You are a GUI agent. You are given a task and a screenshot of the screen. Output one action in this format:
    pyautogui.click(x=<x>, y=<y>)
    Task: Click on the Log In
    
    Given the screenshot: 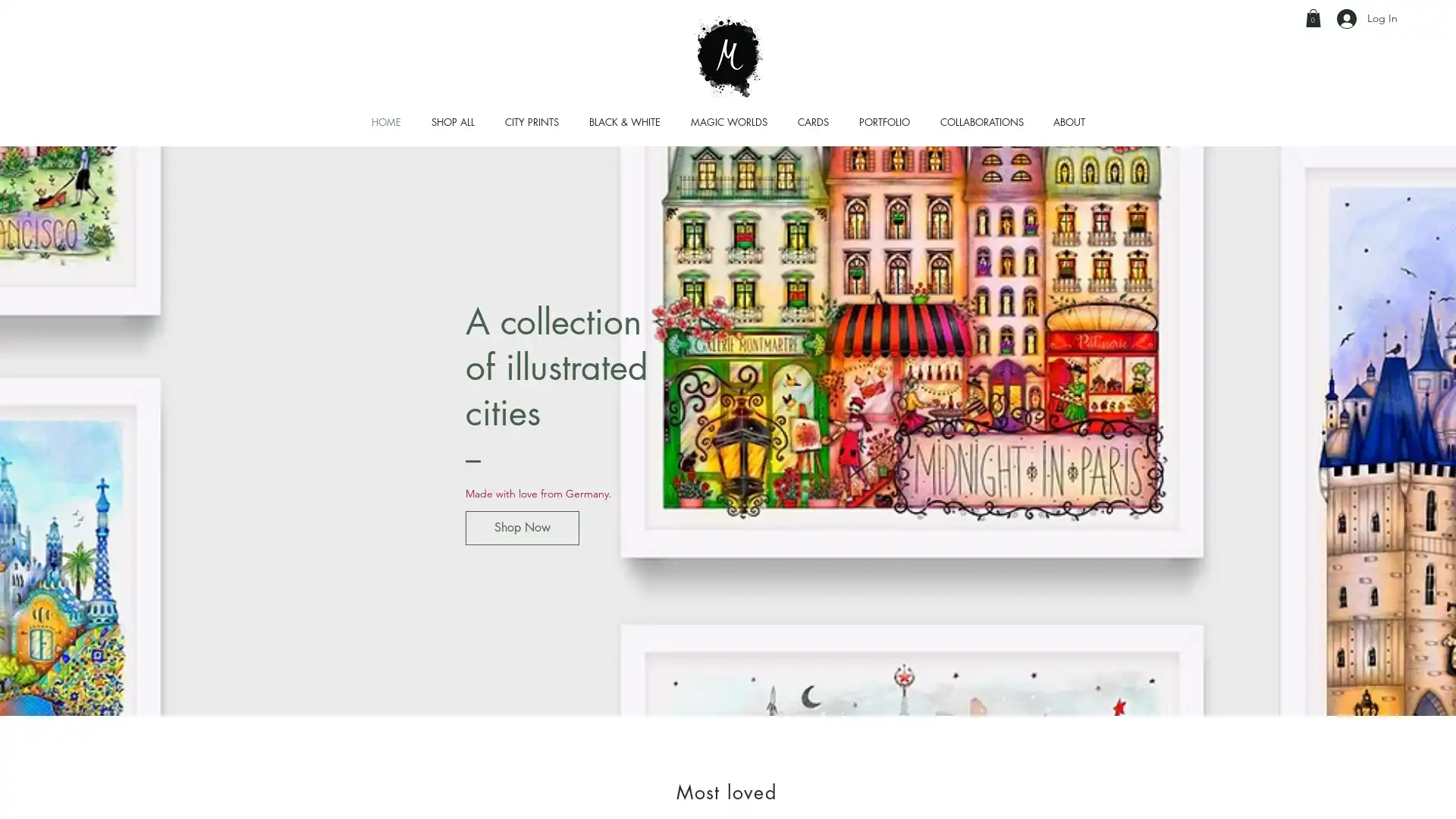 What is the action you would take?
    pyautogui.click(x=1367, y=18)
    